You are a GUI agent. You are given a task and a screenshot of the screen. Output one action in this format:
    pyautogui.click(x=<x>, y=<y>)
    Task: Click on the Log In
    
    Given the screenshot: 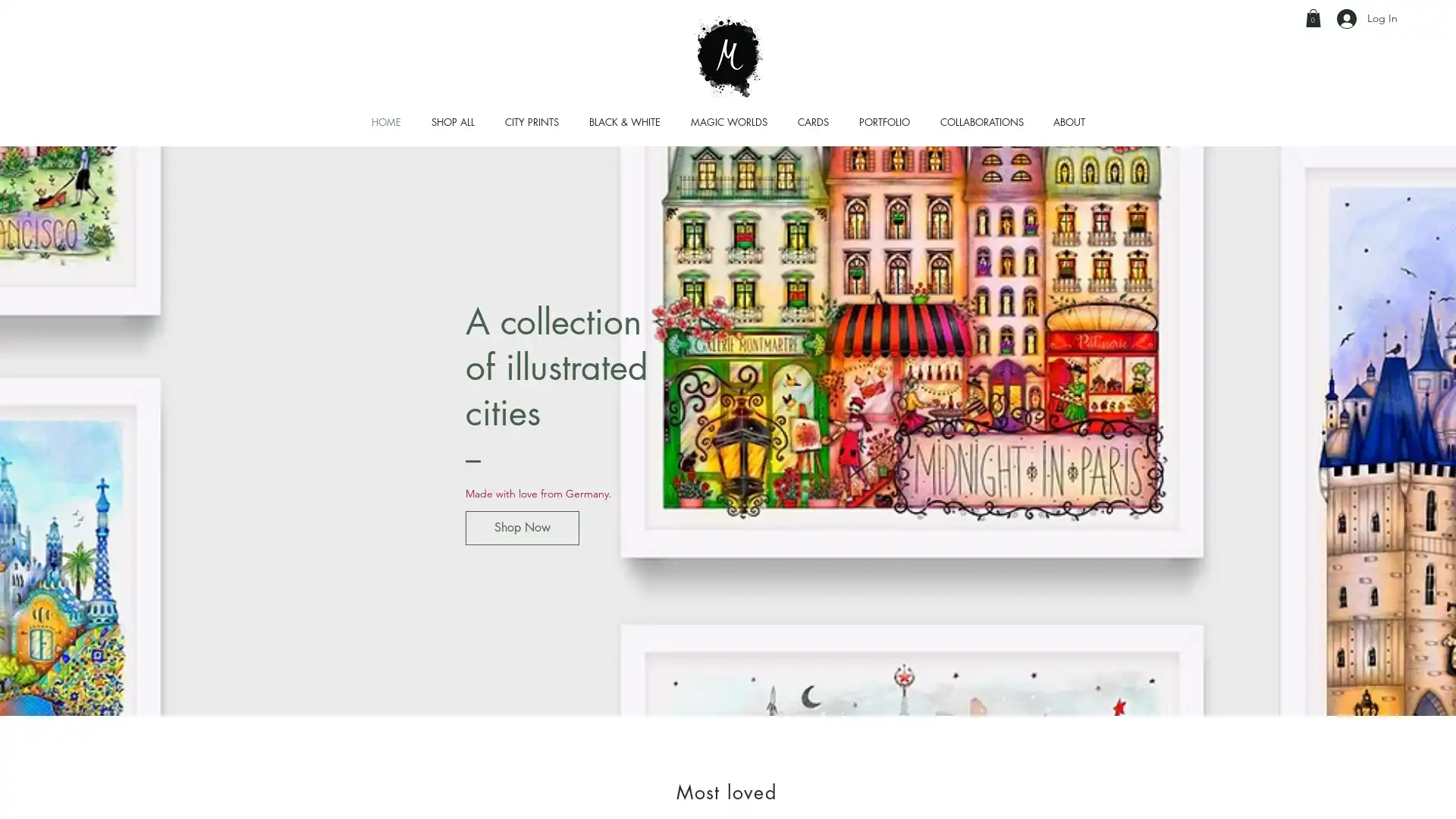 What is the action you would take?
    pyautogui.click(x=1367, y=18)
    